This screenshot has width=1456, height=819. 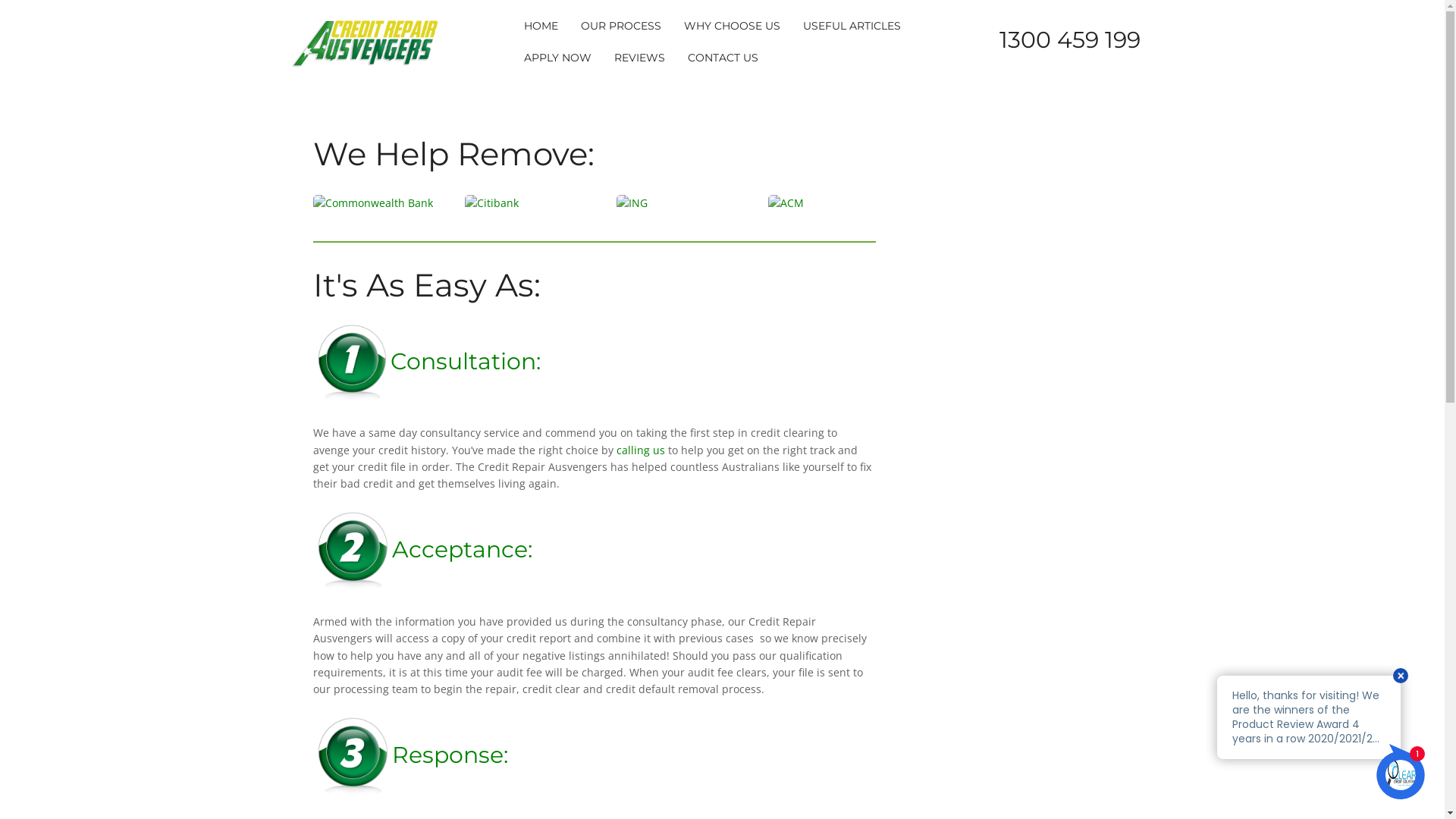 I want to click on 'HOME', so click(x=541, y=26).